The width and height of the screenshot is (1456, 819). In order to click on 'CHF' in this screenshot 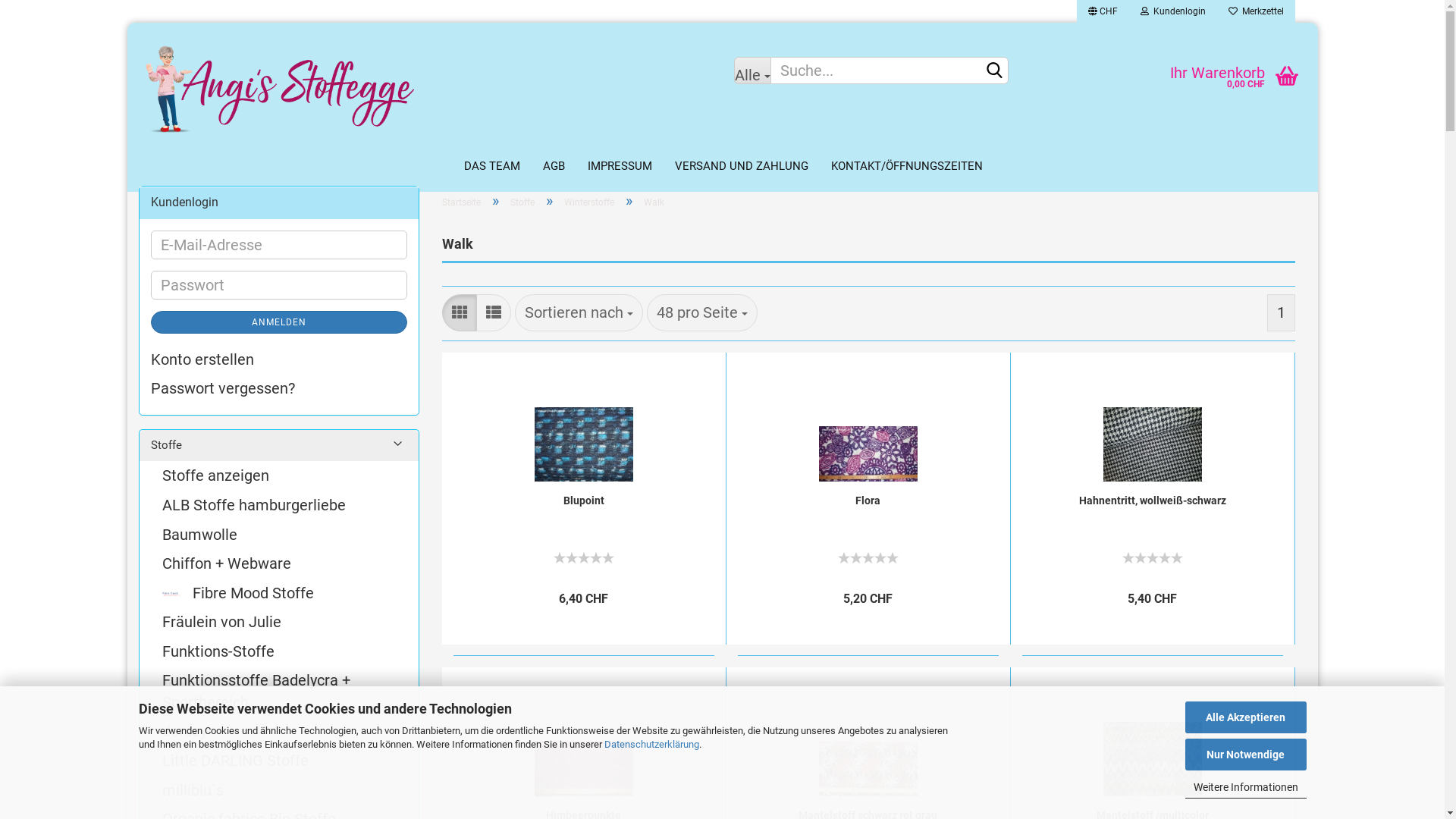, I will do `click(1103, 13)`.